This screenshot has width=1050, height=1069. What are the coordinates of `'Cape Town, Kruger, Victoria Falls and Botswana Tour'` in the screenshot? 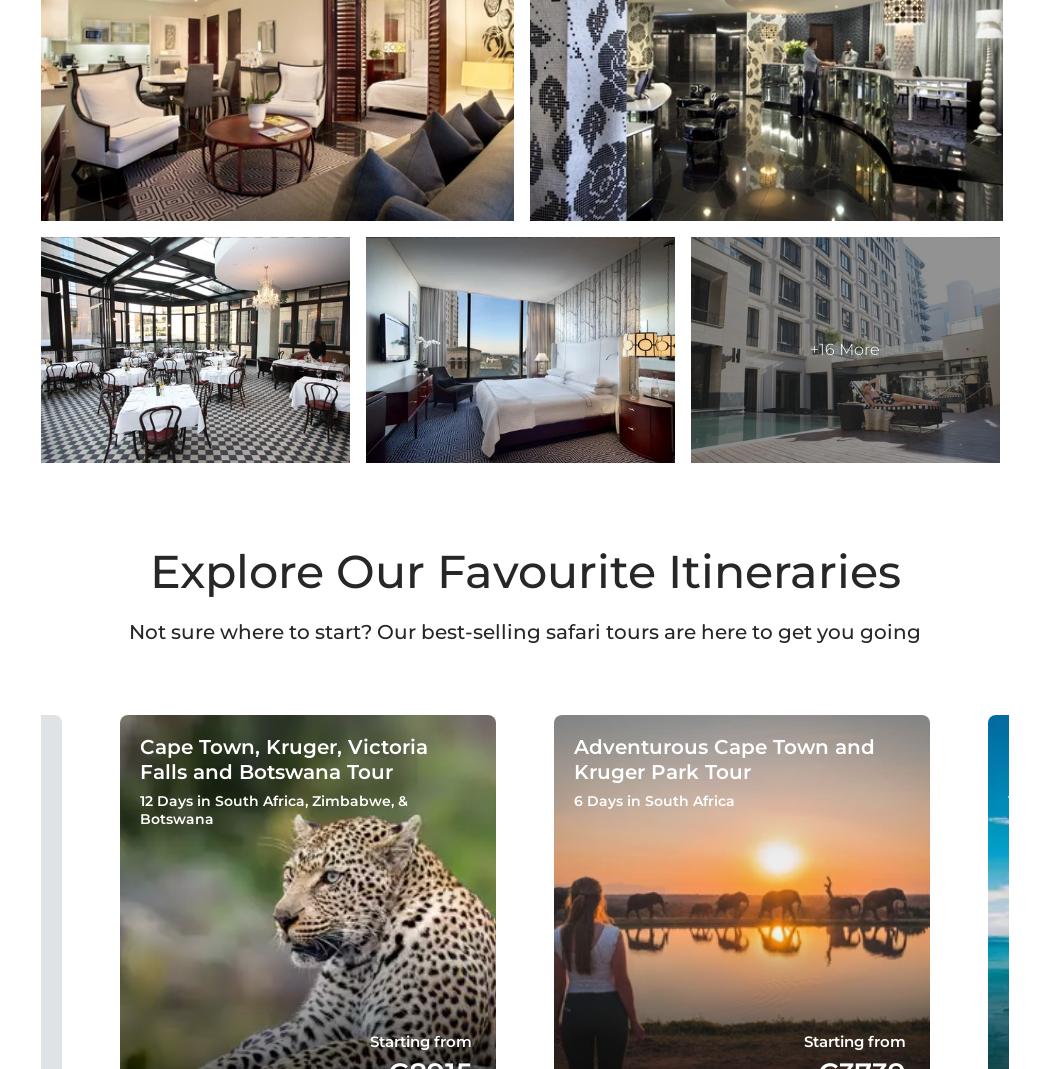 It's located at (138, 758).